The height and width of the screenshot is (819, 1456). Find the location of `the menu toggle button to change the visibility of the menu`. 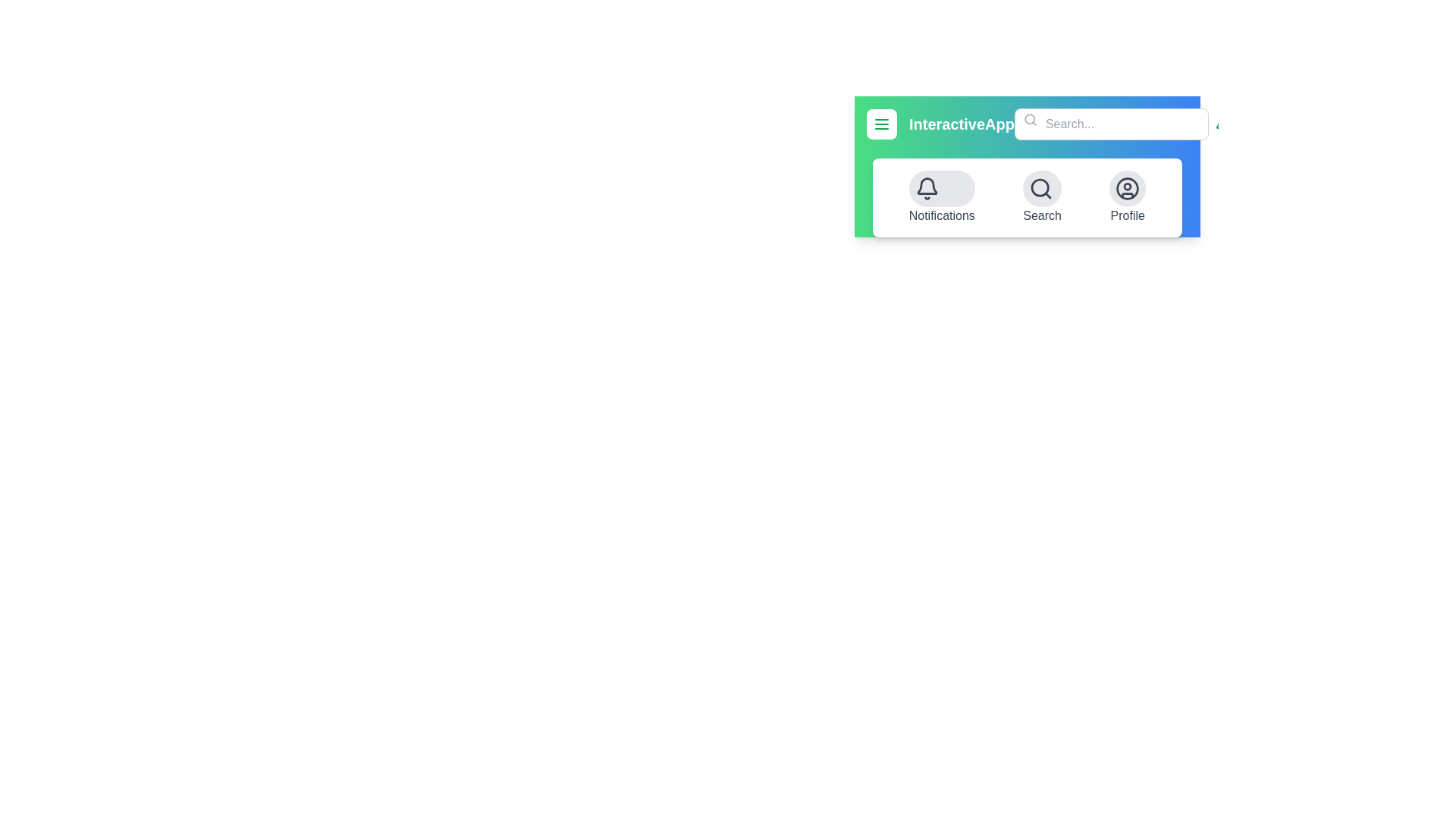

the menu toggle button to change the visibility of the menu is located at coordinates (881, 124).